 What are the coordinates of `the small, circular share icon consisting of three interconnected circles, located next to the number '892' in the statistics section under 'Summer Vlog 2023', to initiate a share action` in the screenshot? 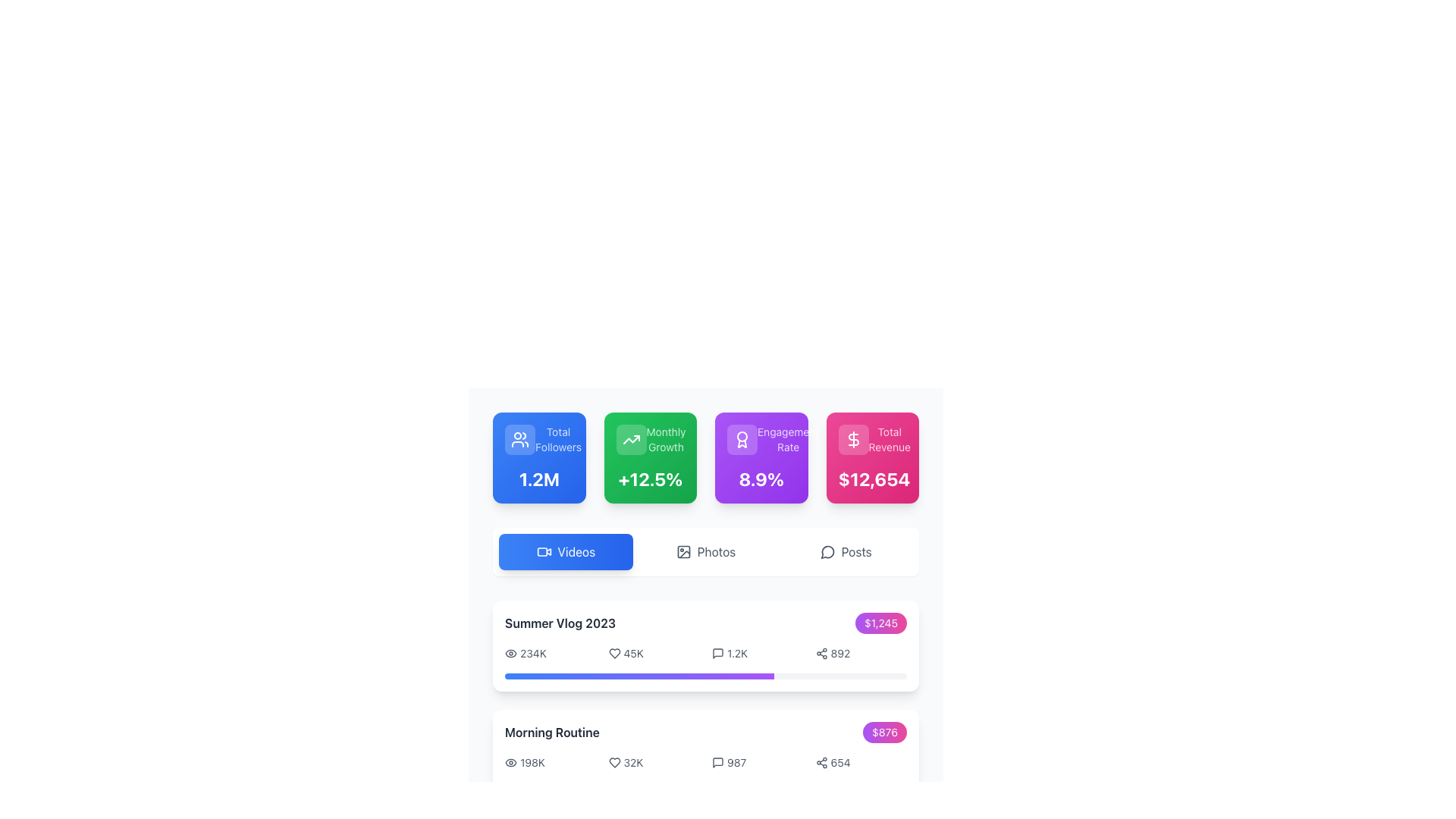 It's located at (821, 652).